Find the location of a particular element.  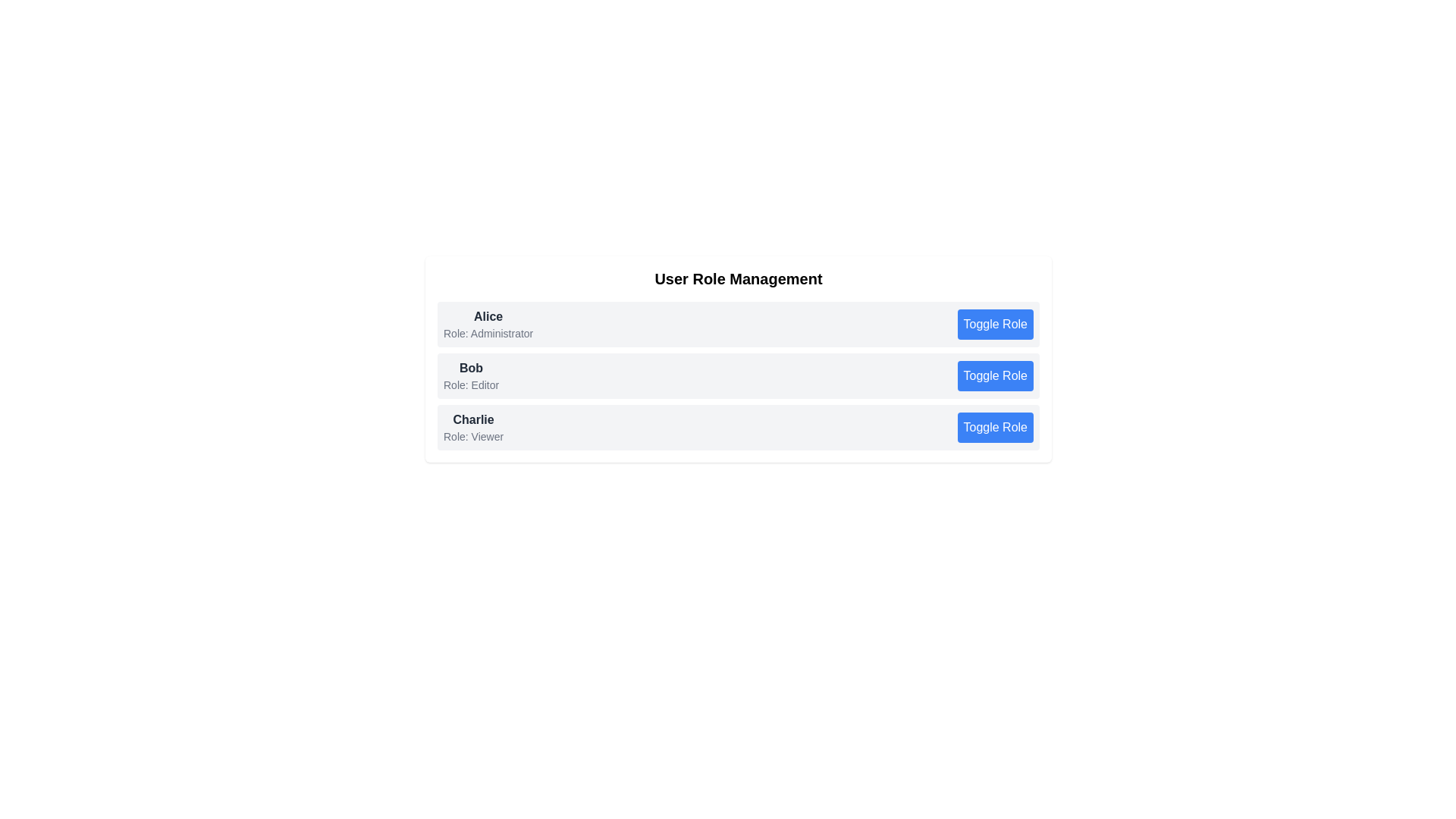

the text label 'Role: Administrator' located below 'Alice' in the user role management list is located at coordinates (488, 332).